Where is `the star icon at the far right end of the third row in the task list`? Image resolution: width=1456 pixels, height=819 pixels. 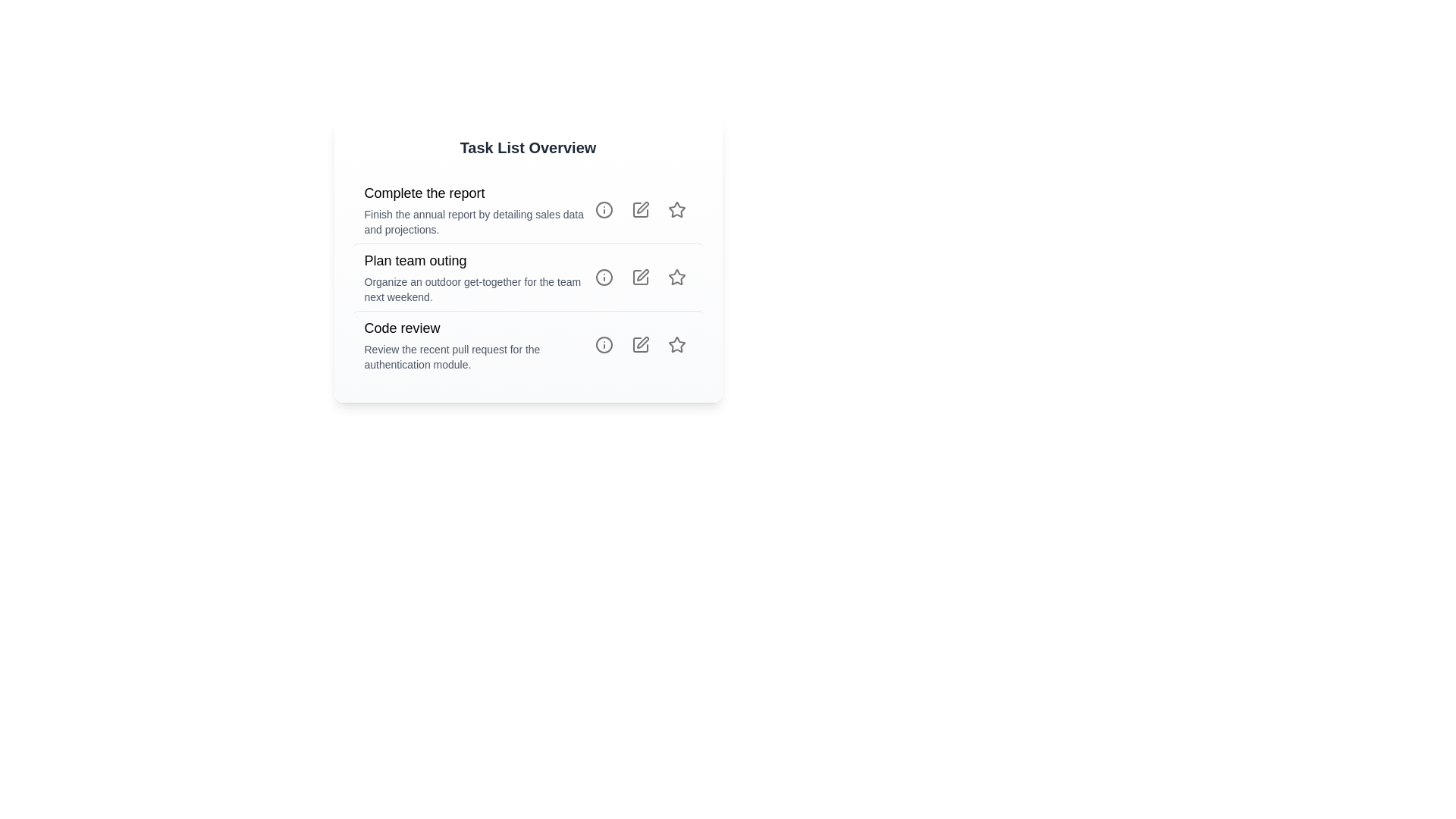 the star icon at the far right end of the third row in the task list is located at coordinates (676, 345).